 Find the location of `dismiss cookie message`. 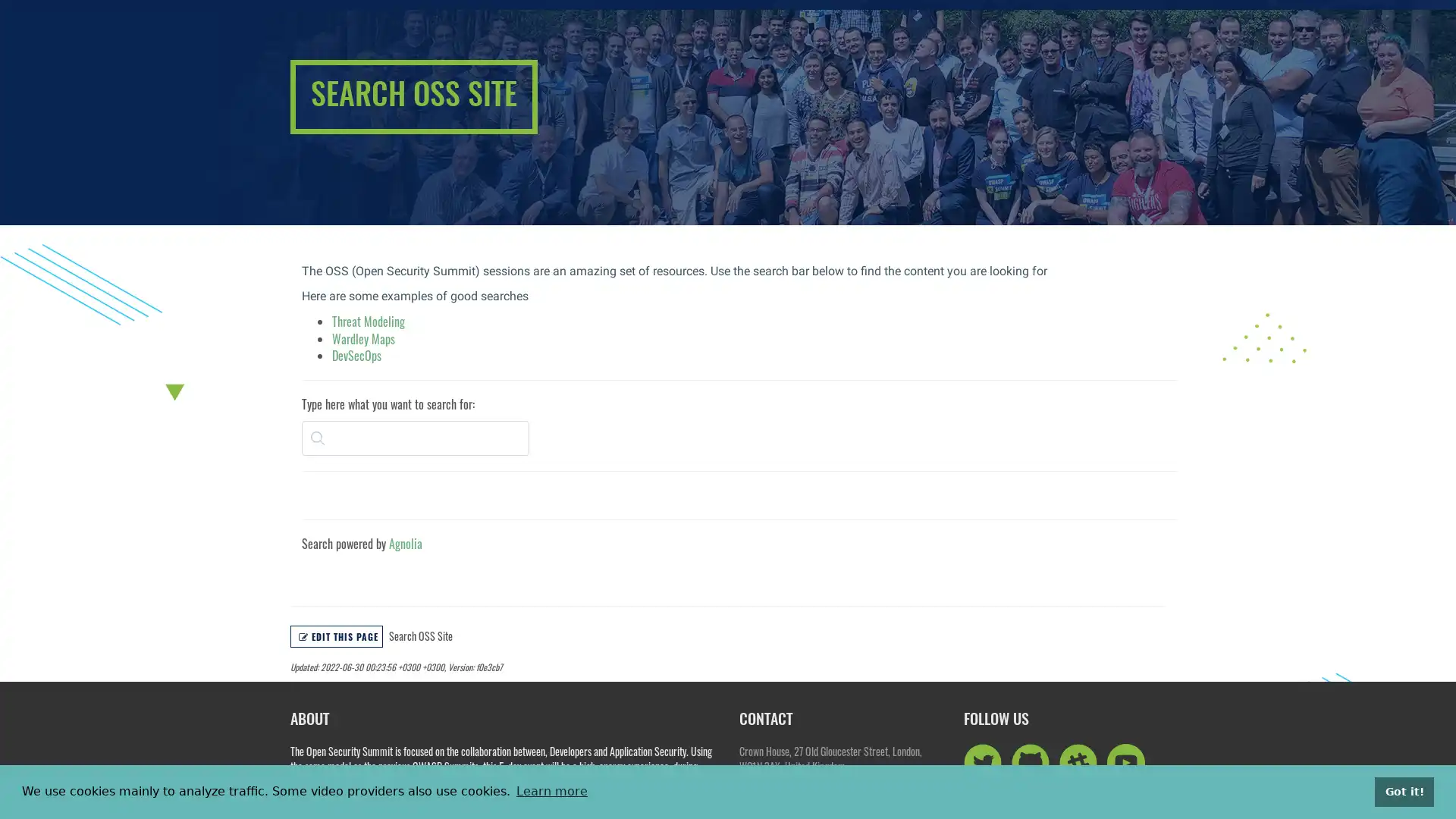

dismiss cookie message is located at coordinates (1404, 791).